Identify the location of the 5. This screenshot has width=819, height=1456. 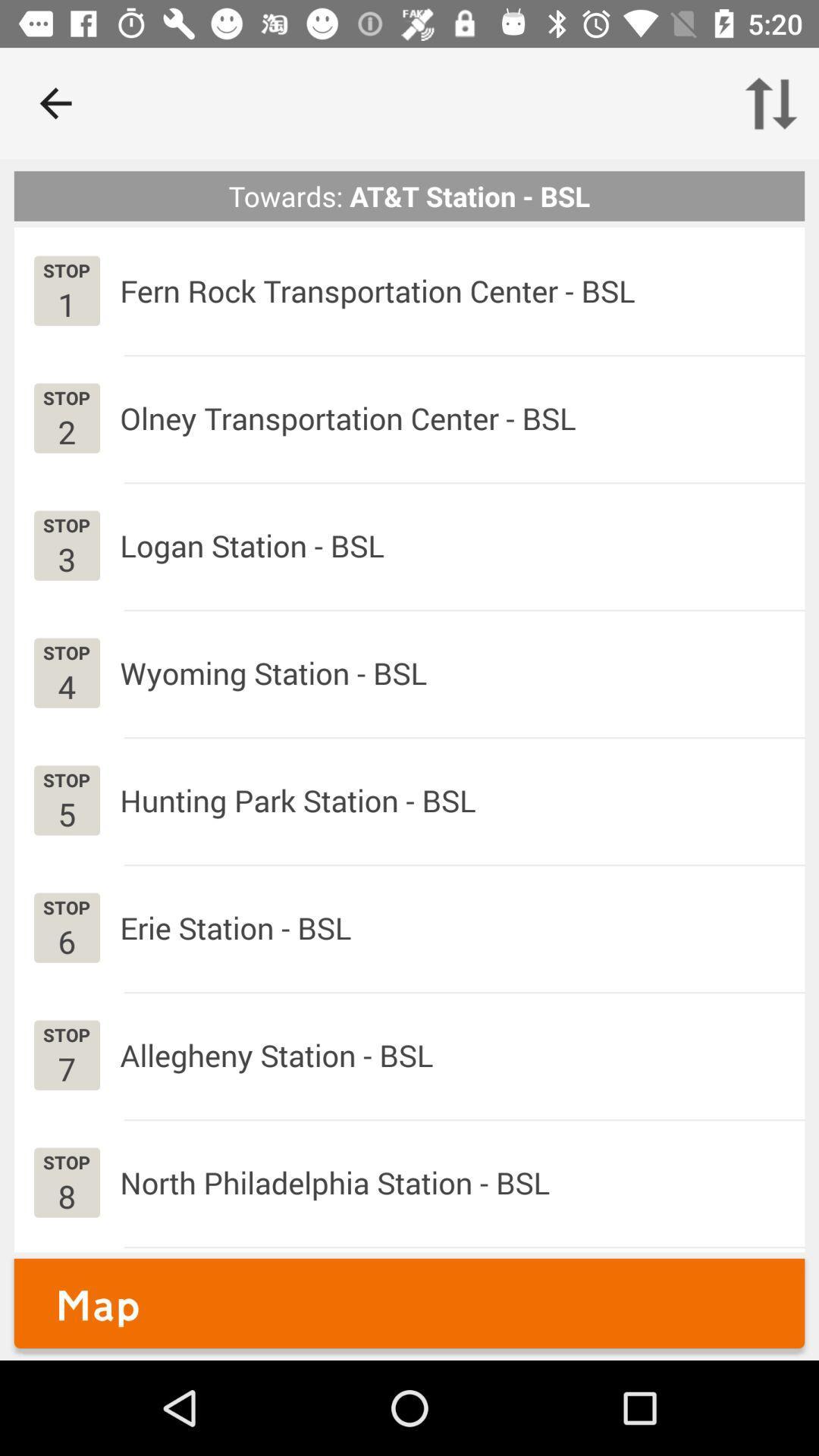
(66, 813).